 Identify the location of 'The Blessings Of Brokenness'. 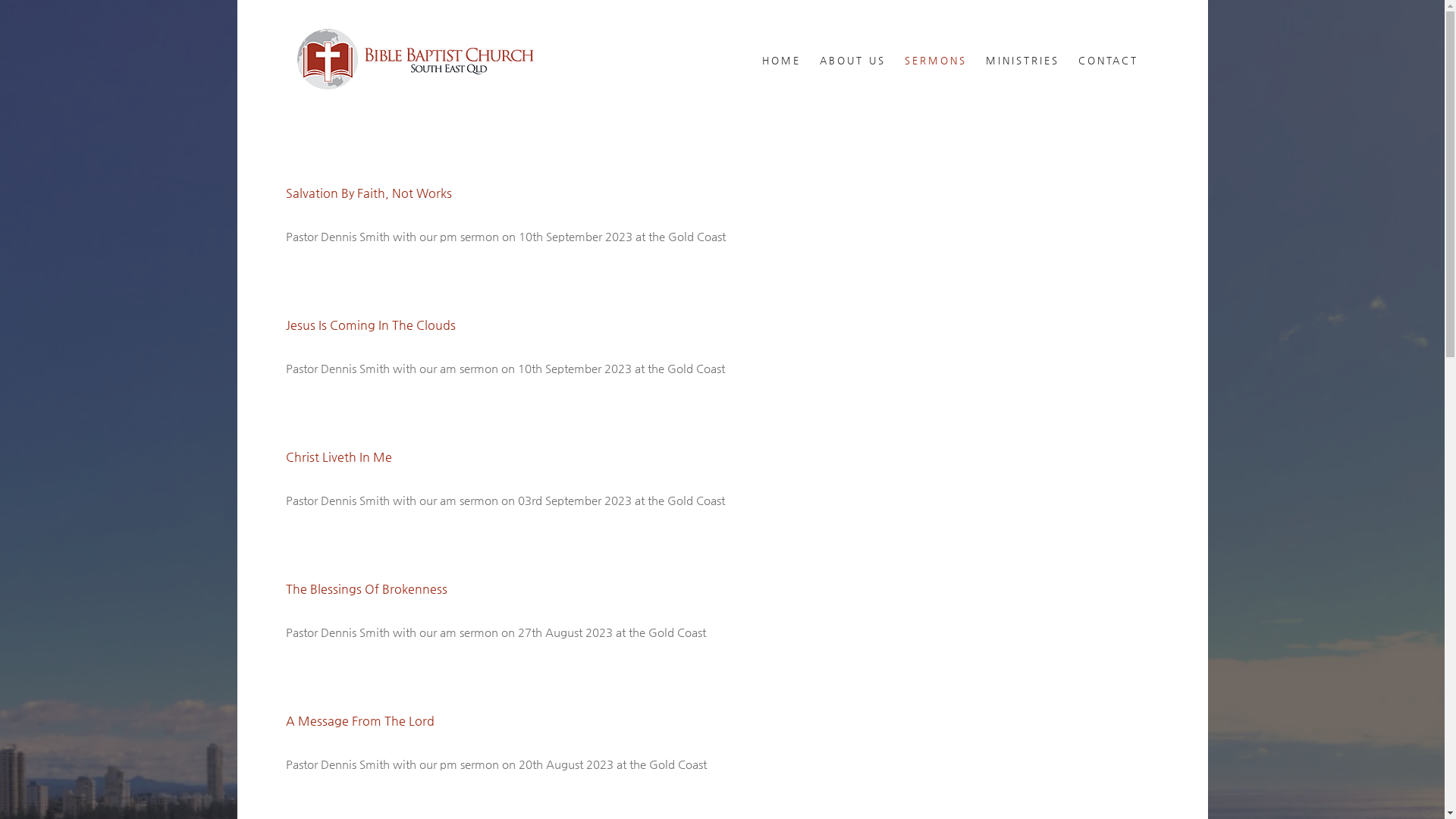
(366, 588).